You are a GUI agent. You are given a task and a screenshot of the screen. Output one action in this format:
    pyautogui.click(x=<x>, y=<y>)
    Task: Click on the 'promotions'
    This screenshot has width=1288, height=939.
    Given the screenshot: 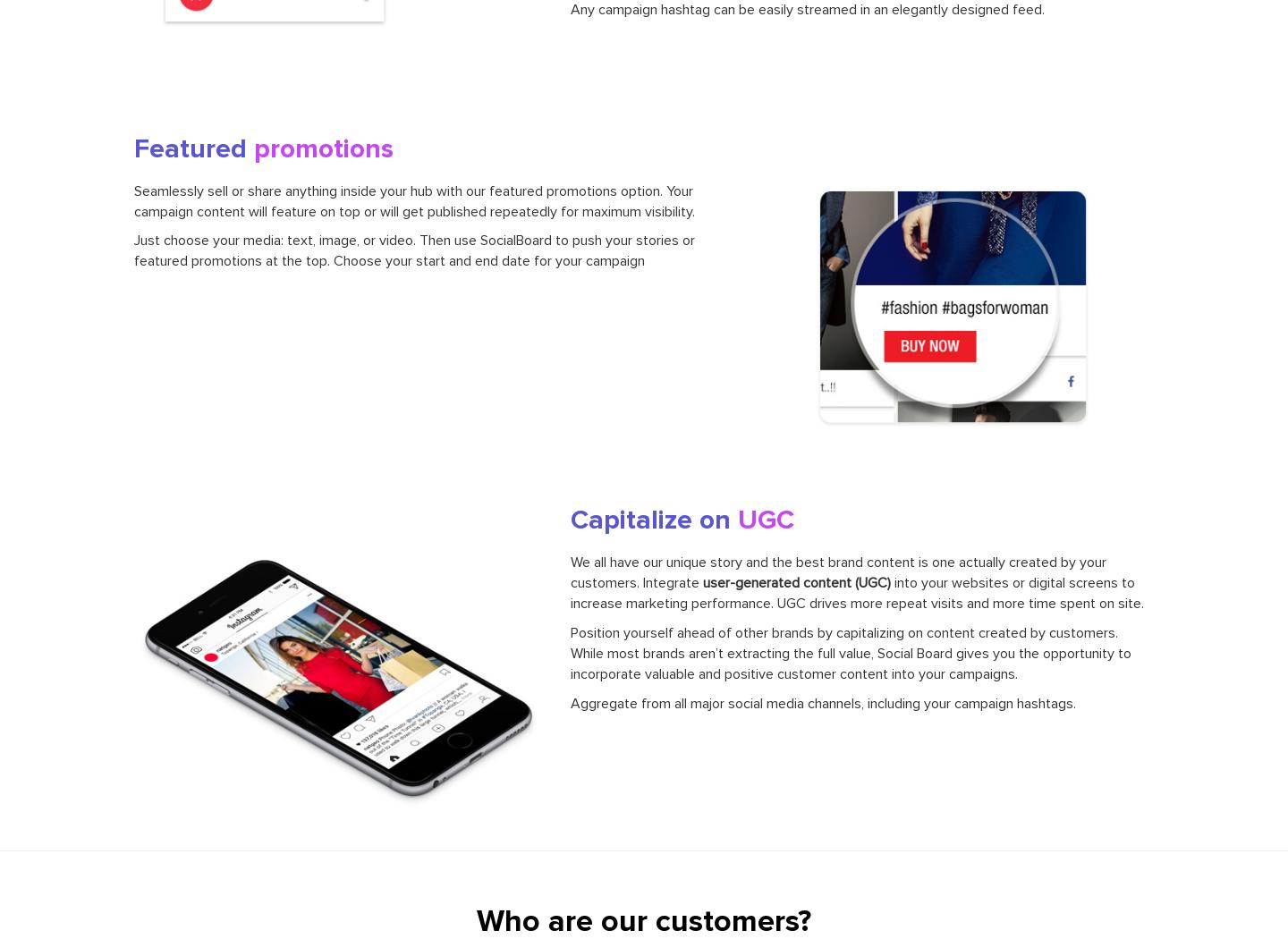 What is the action you would take?
    pyautogui.click(x=323, y=148)
    